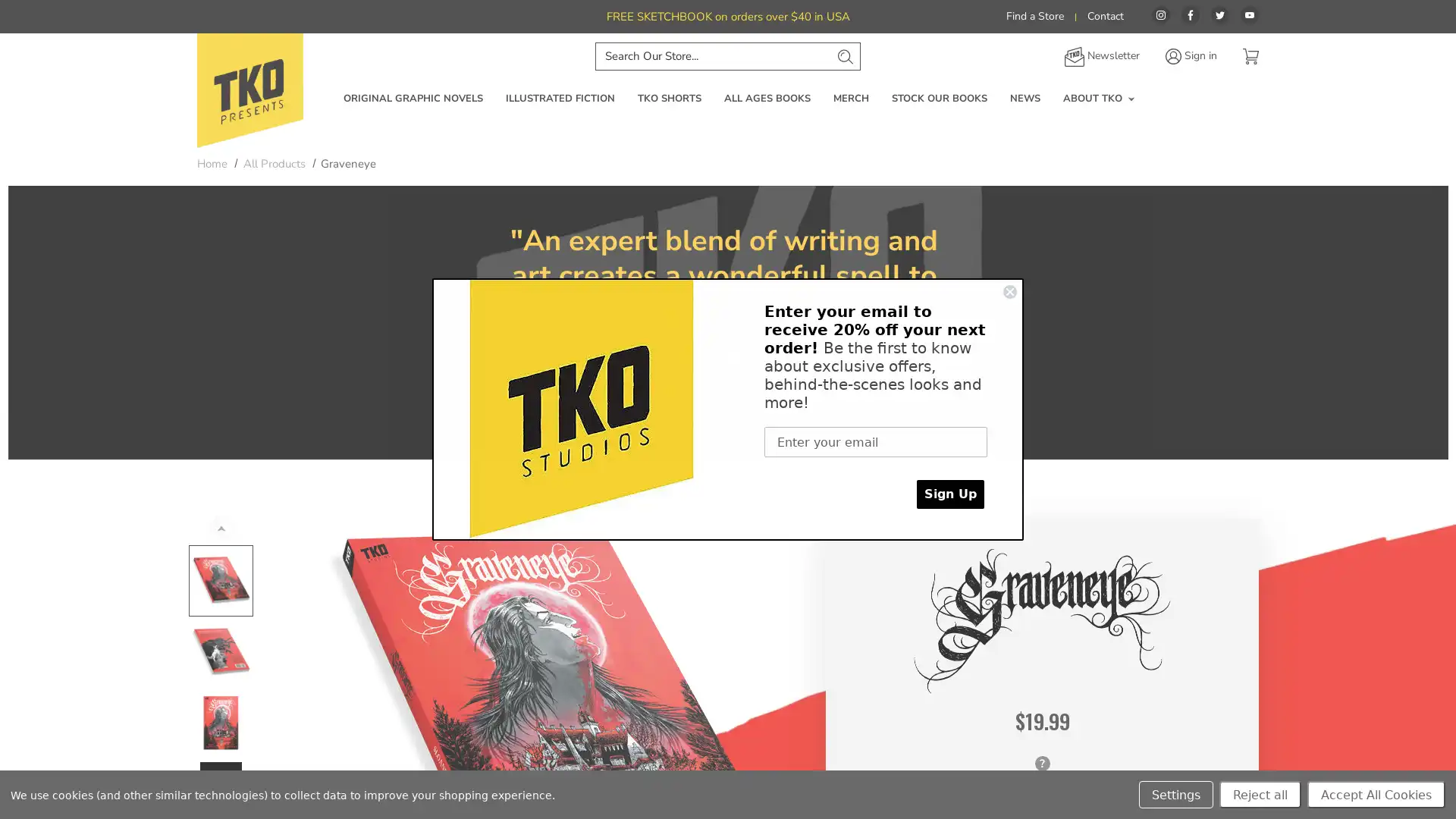 This screenshot has width=1456, height=819. Describe the element at coordinates (1260, 794) in the screenshot. I see `Reject all` at that location.